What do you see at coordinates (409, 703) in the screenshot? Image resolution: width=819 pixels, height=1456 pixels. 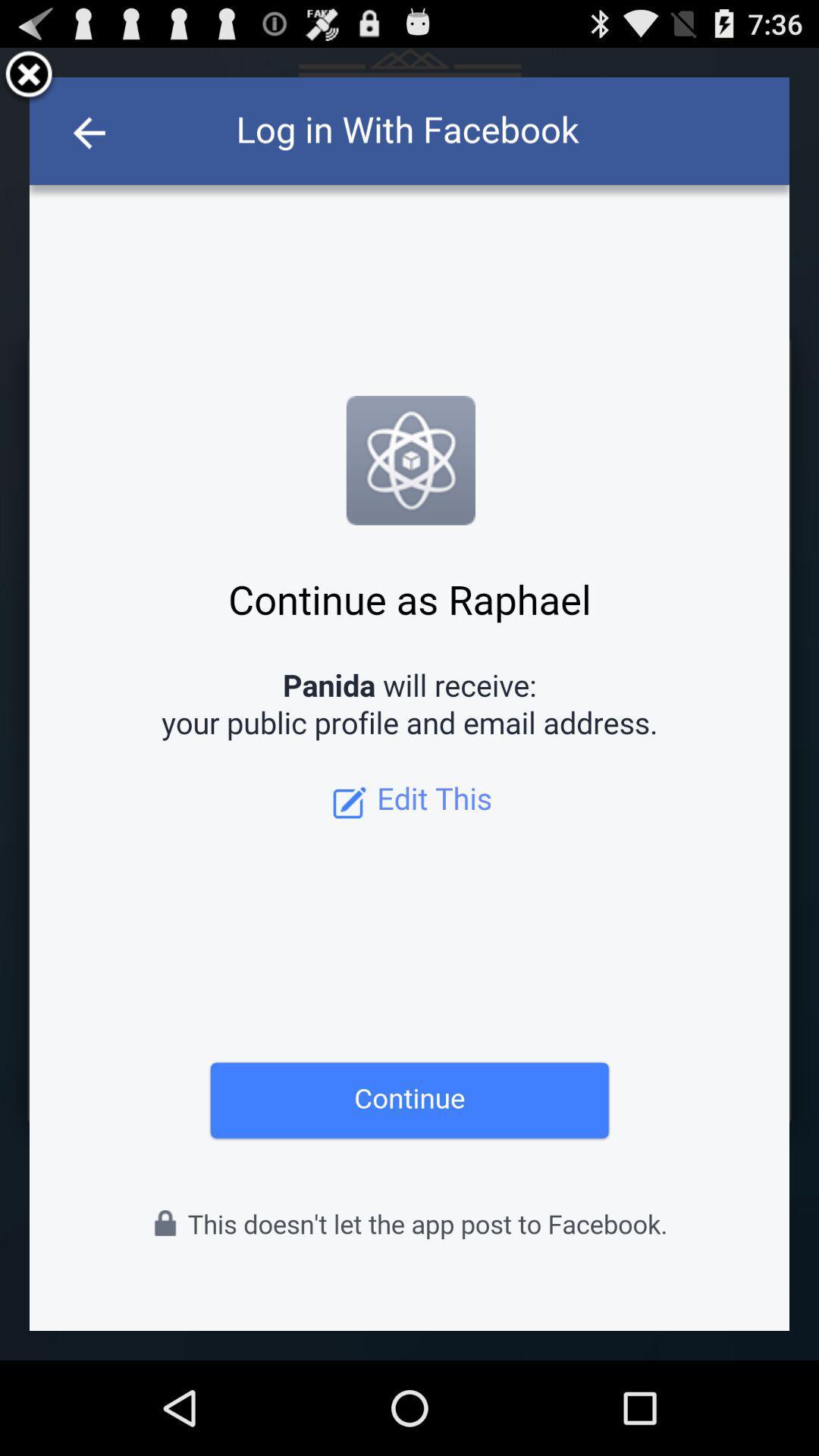 I see `continue page` at bounding box center [409, 703].